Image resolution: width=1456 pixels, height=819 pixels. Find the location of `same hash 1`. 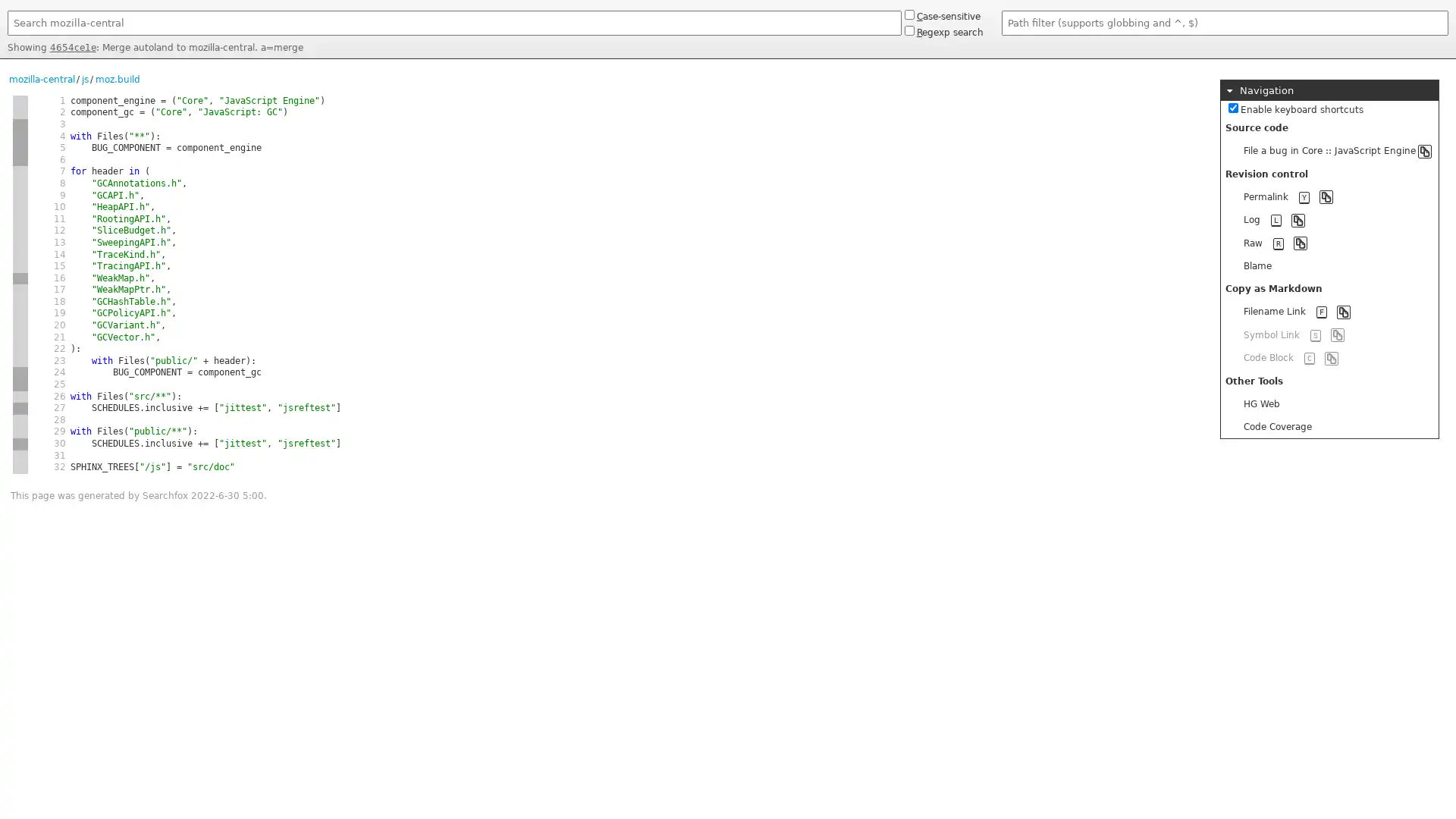

same hash 1 is located at coordinates (20, 336).